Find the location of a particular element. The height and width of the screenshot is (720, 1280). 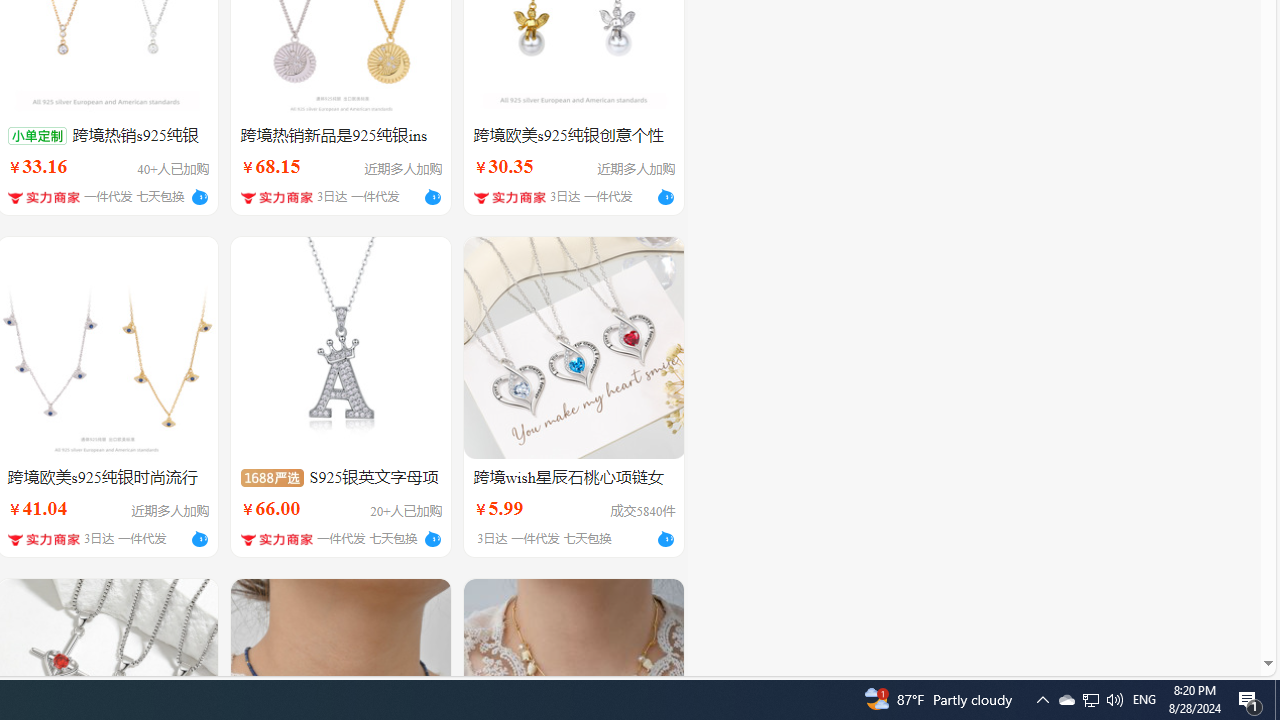

'Class: shop-icon h14' is located at coordinates (276, 538).